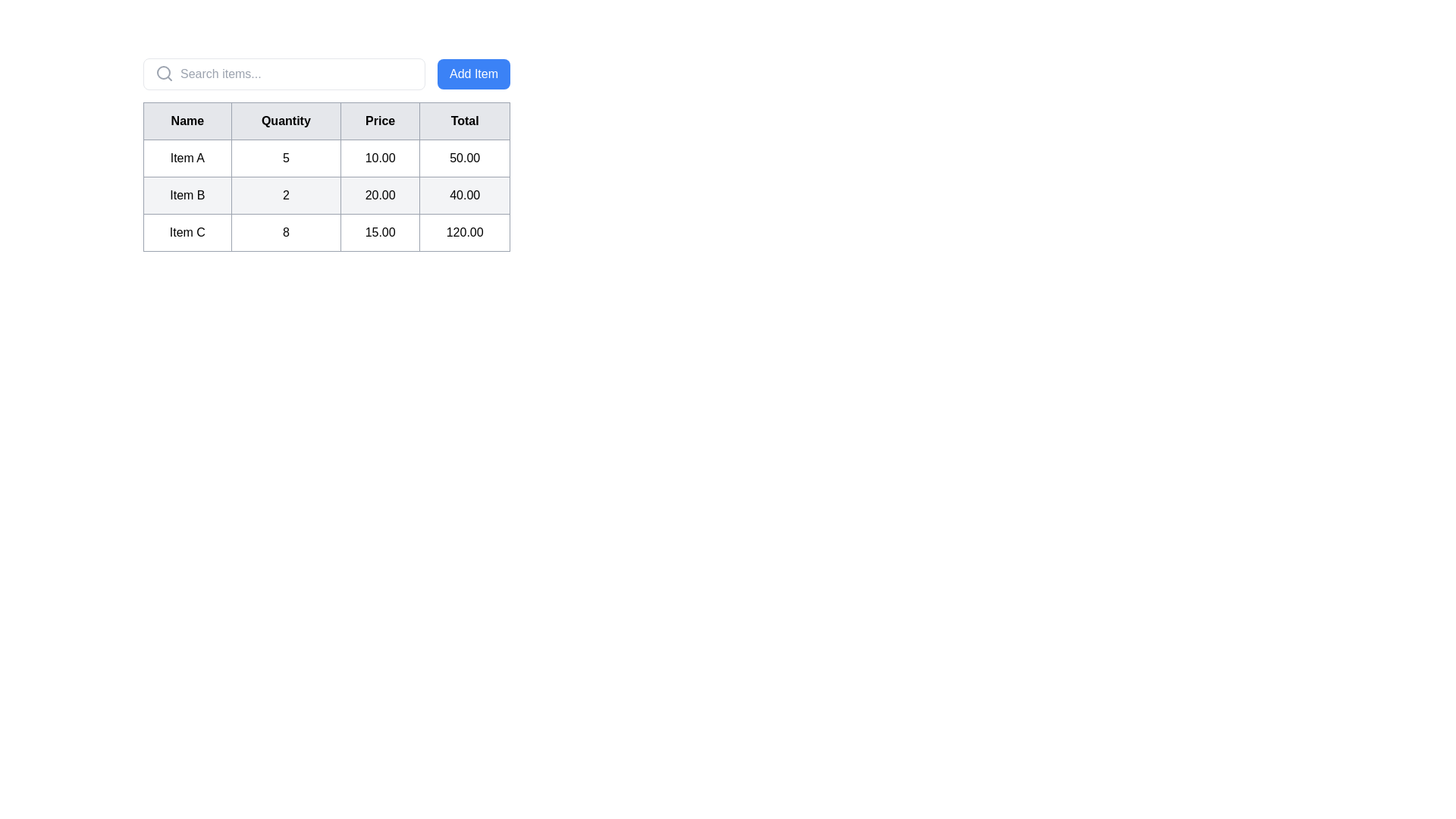  Describe the element at coordinates (187, 233) in the screenshot. I see `text from the table cell in the 'Name' column that identifies the row labeled 'Item C'` at that location.